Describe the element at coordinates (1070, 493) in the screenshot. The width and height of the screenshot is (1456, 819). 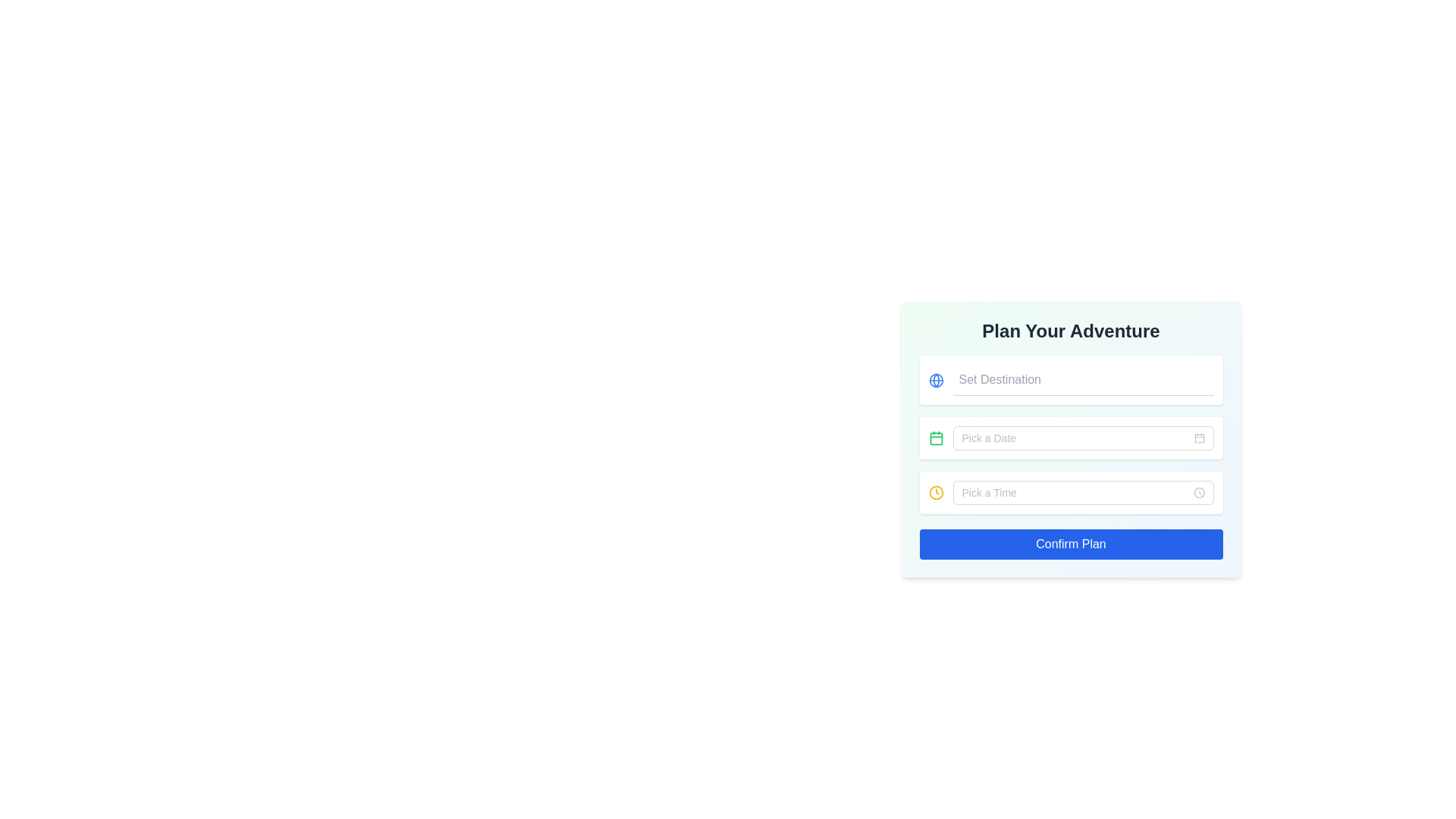
I see `a specific time within the Time Picker Input Field, which opens a time picker dialog when interacted with` at that location.